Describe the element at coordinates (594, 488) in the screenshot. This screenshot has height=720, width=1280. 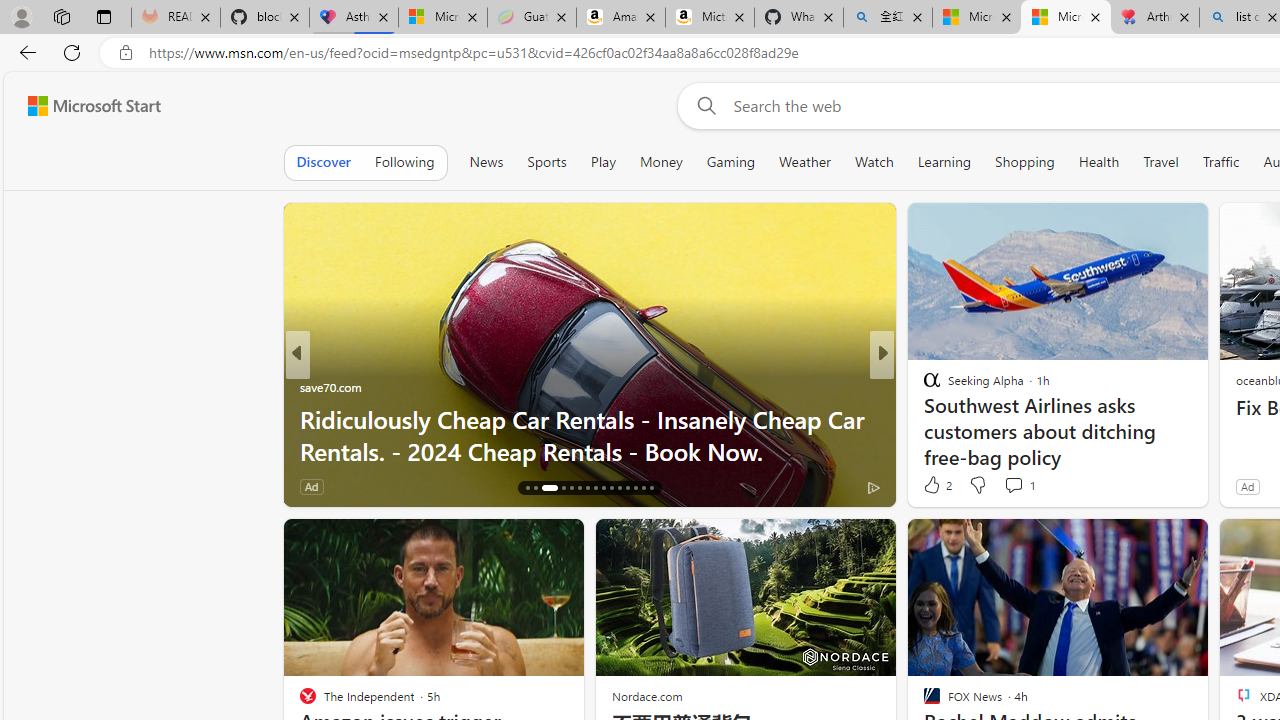
I see `'AutomationID: tab-23'` at that location.